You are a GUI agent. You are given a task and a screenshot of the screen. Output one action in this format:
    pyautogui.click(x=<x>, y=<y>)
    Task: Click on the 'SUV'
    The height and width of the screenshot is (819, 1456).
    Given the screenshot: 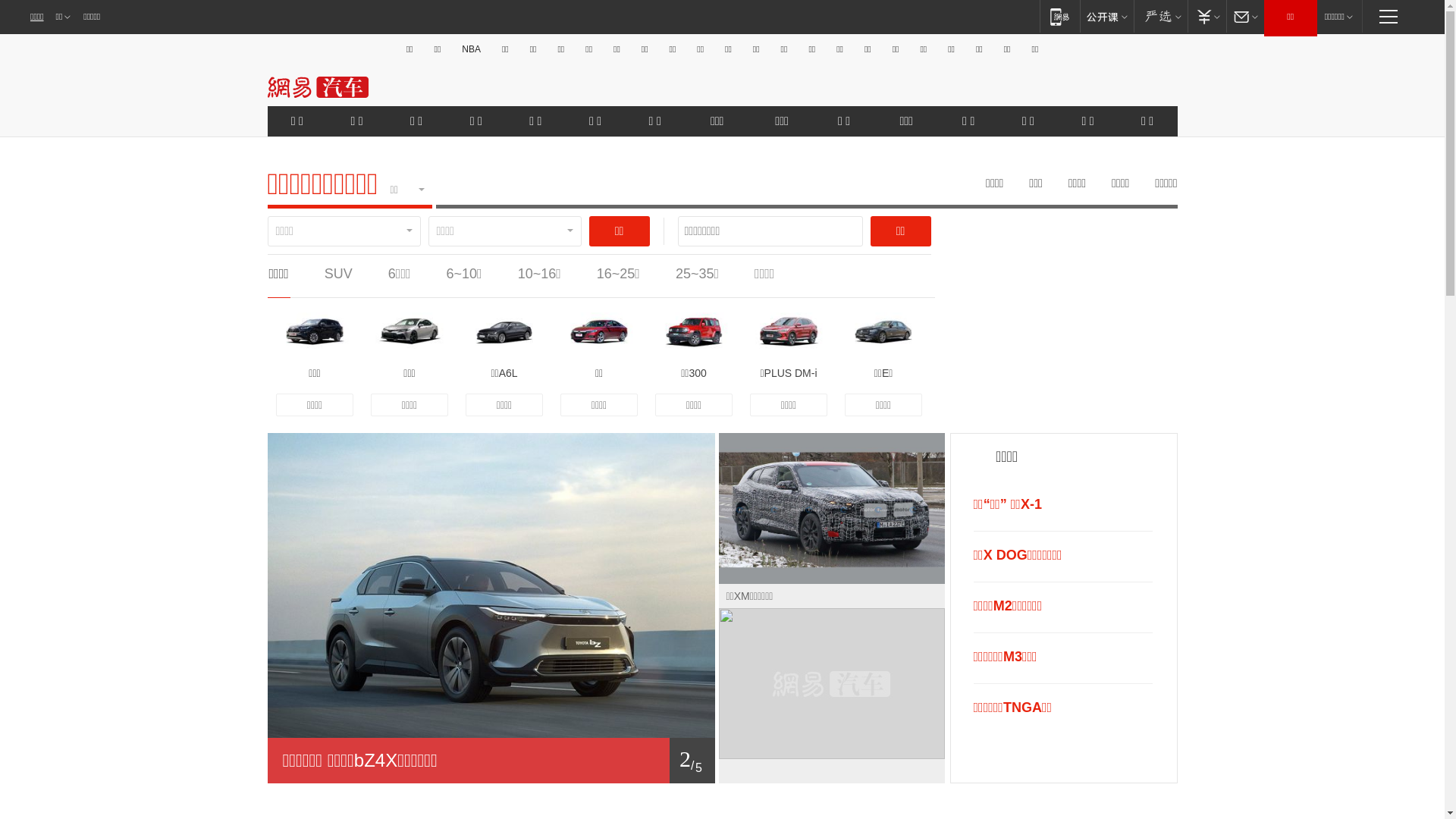 What is the action you would take?
    pyautogui.click(x=337, y=274)
    